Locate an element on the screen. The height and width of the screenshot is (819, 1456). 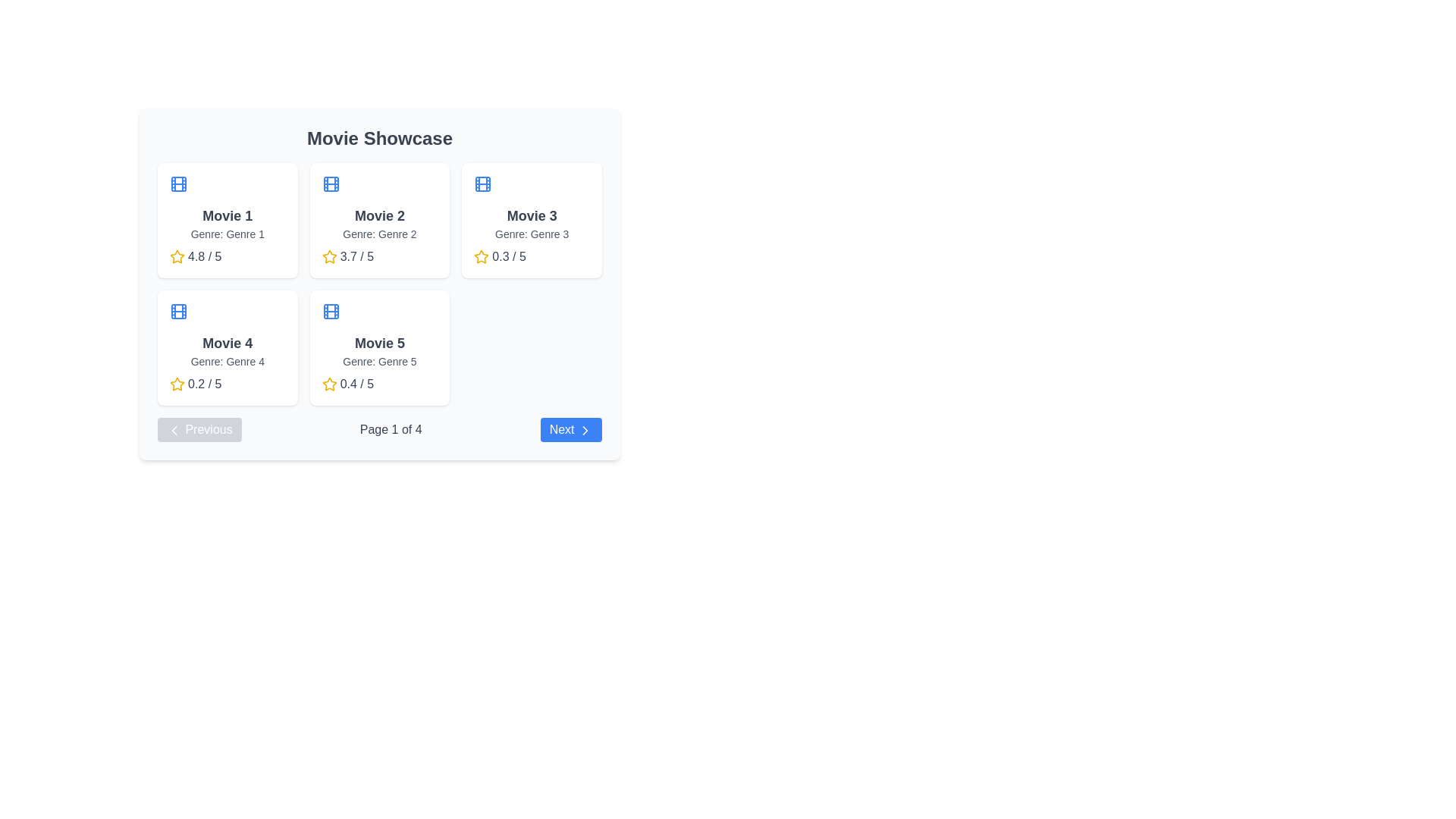
text label that serves as the title for the movie card located in the second column of the first row of the grid, between 'Movie 1' and 'Movie 3' is located at coordinates (379, 216).